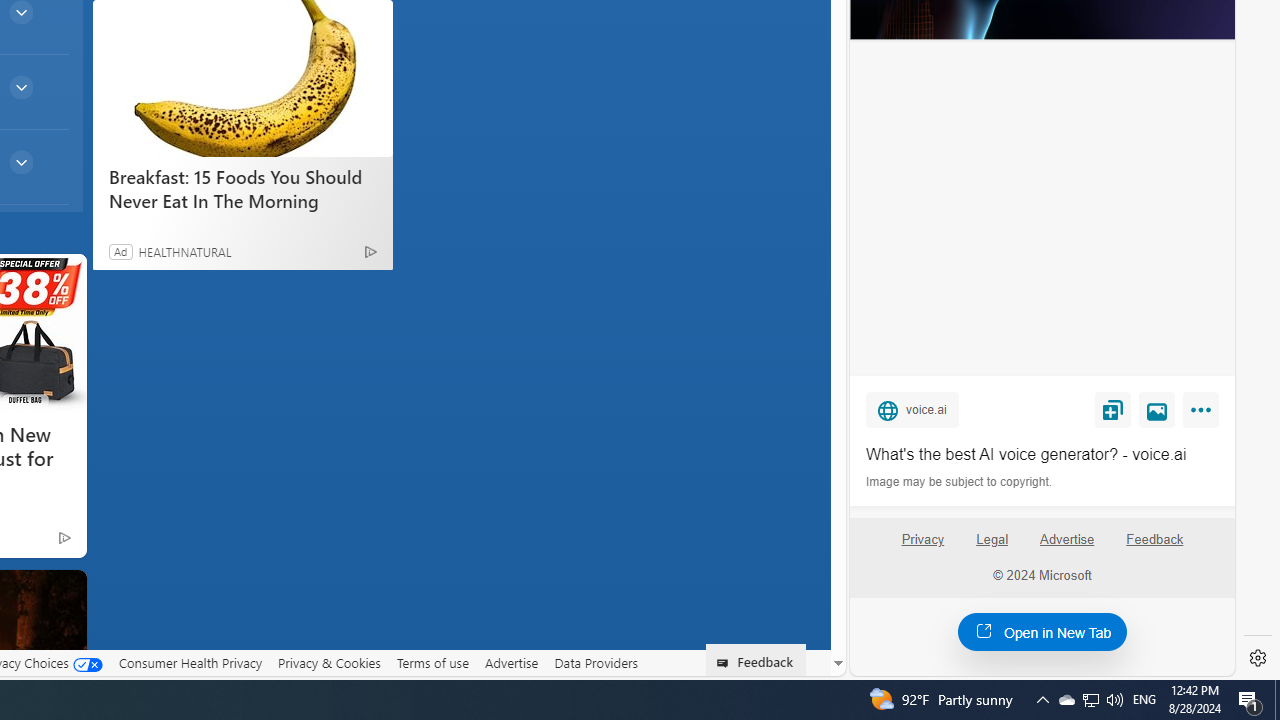 This screenshot has height=720, width=1280. I want to click on 'Legal', so click(992, 547).